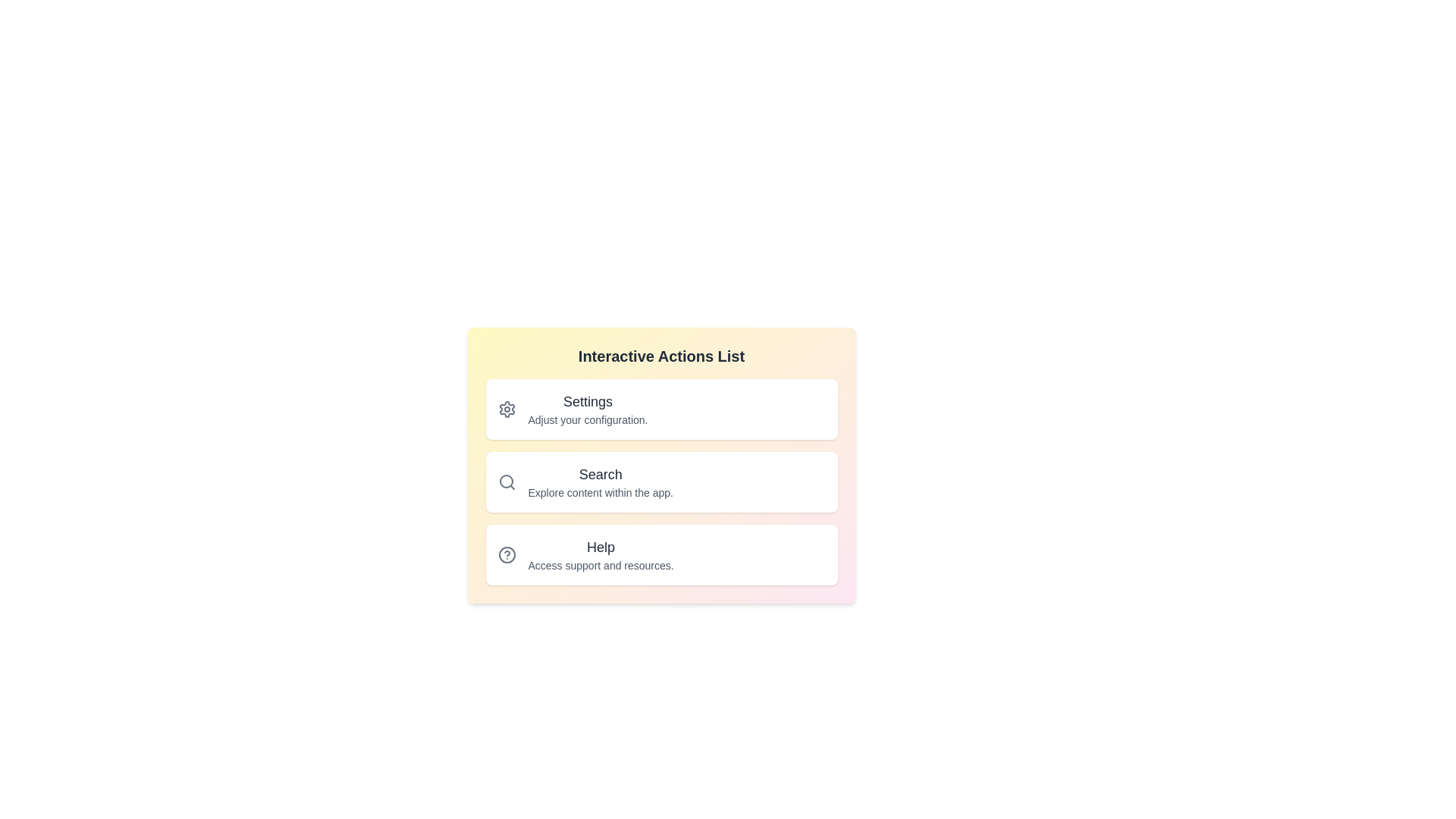 The image size is (1456, 819). What do you see at coordinates (661, 555) in the screenshot?
I see `the 'Help' item in the list to access support and resources` at bounding box center [661, 555].